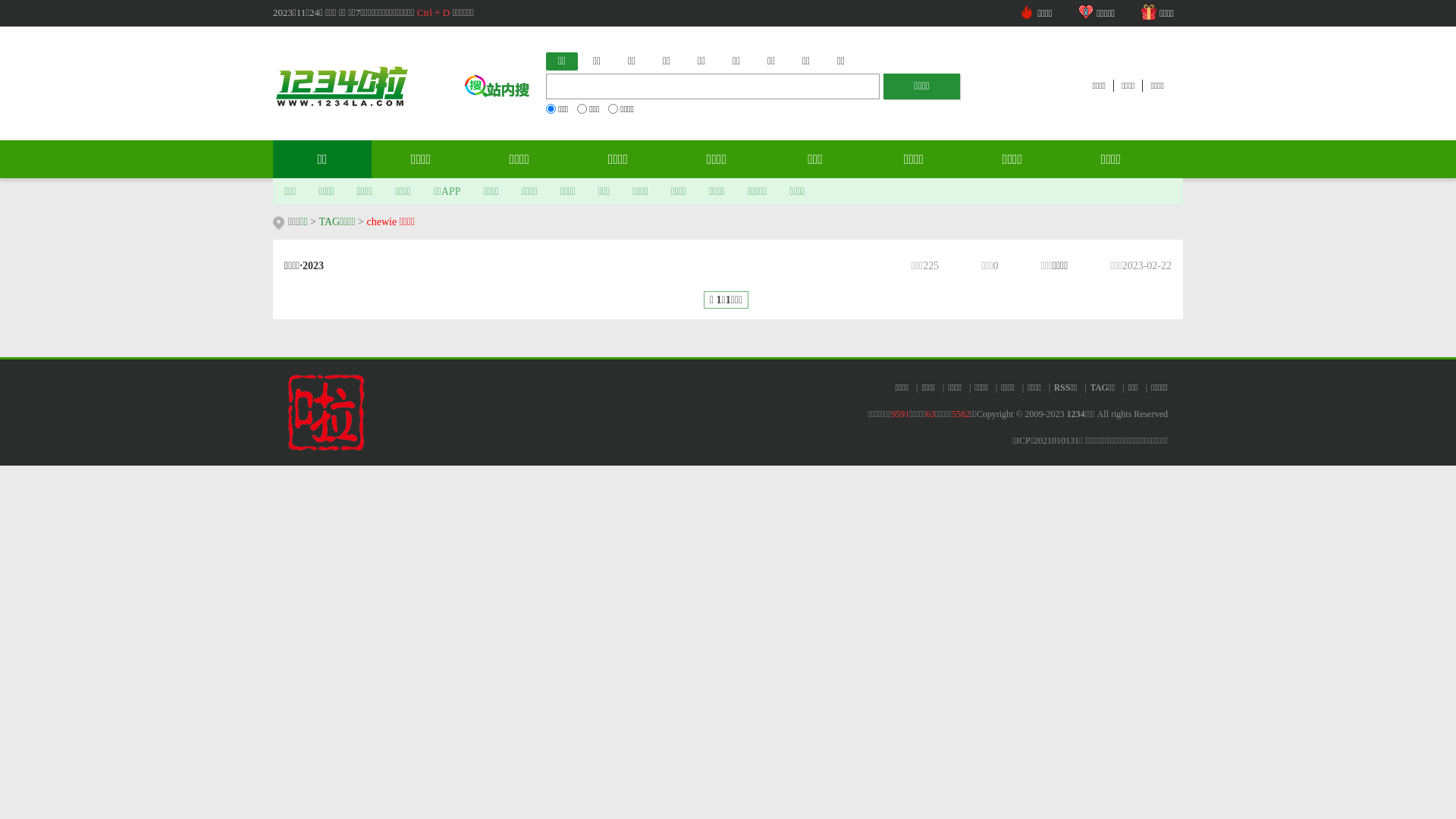 The image size is (1456, 819). What do you see at coordinates (576, 108) in the screenshot?
I see `'on'` at bounding box center [576, 108].